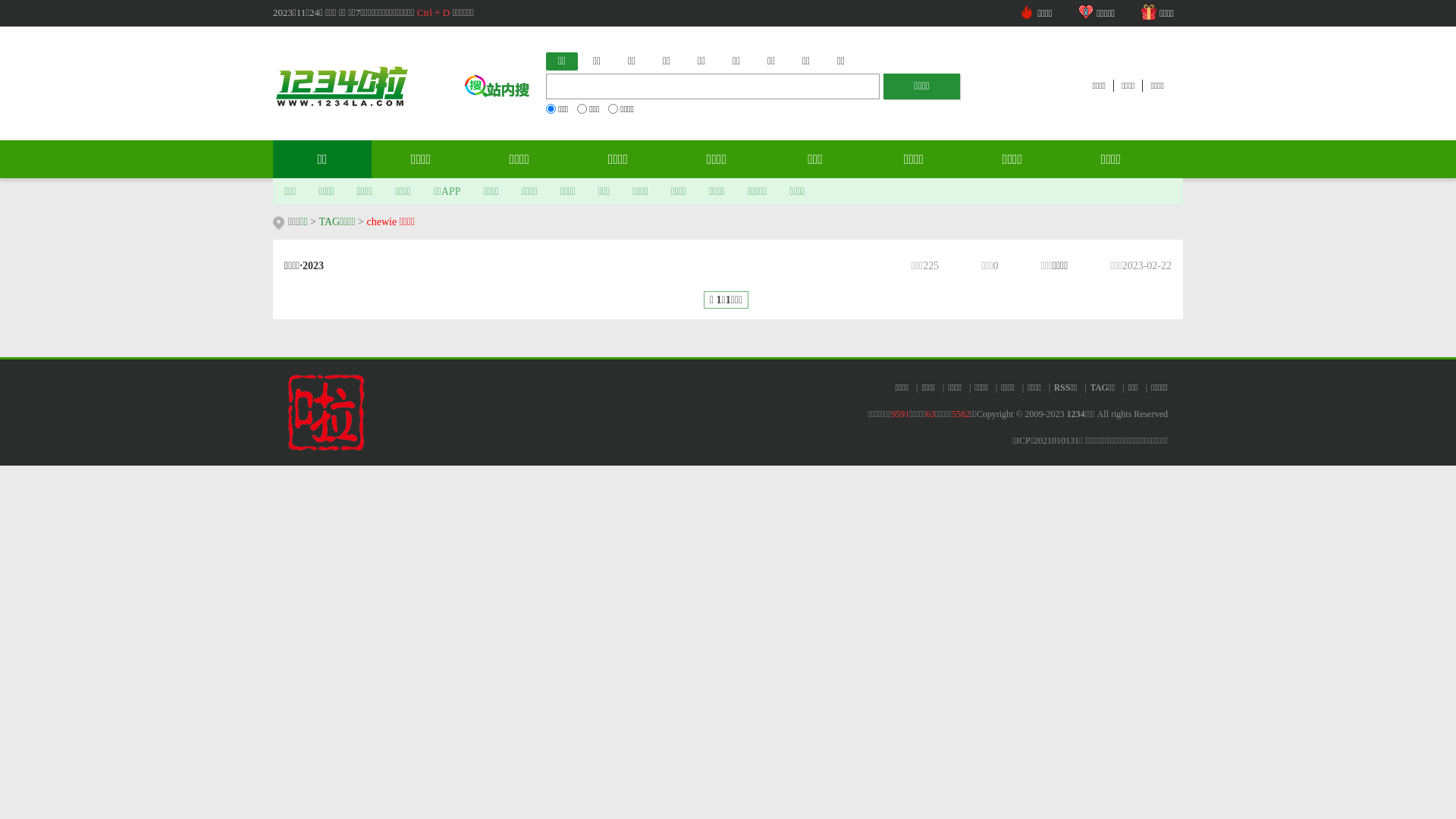 The image size is (1456, 819). What do you see at coordinates (576, 108) in the screenshot?
I see `'on'` at bounding box center [576, 108].